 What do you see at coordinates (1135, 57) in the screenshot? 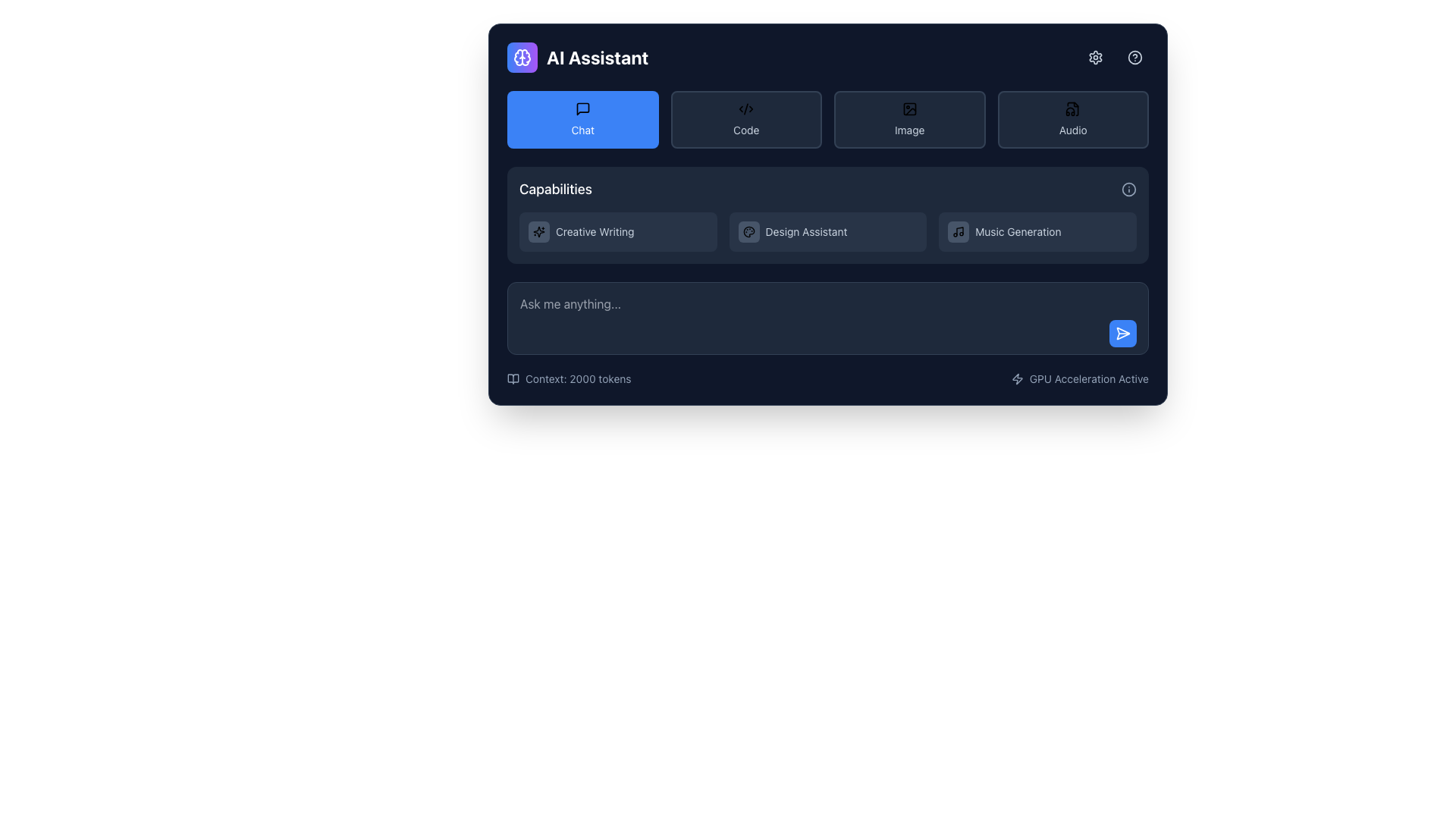
I see `the Interactive help icon, which is a circular icon with a question mark, located at the top-right corner of the application interface` at bounding box center [1135, 57].